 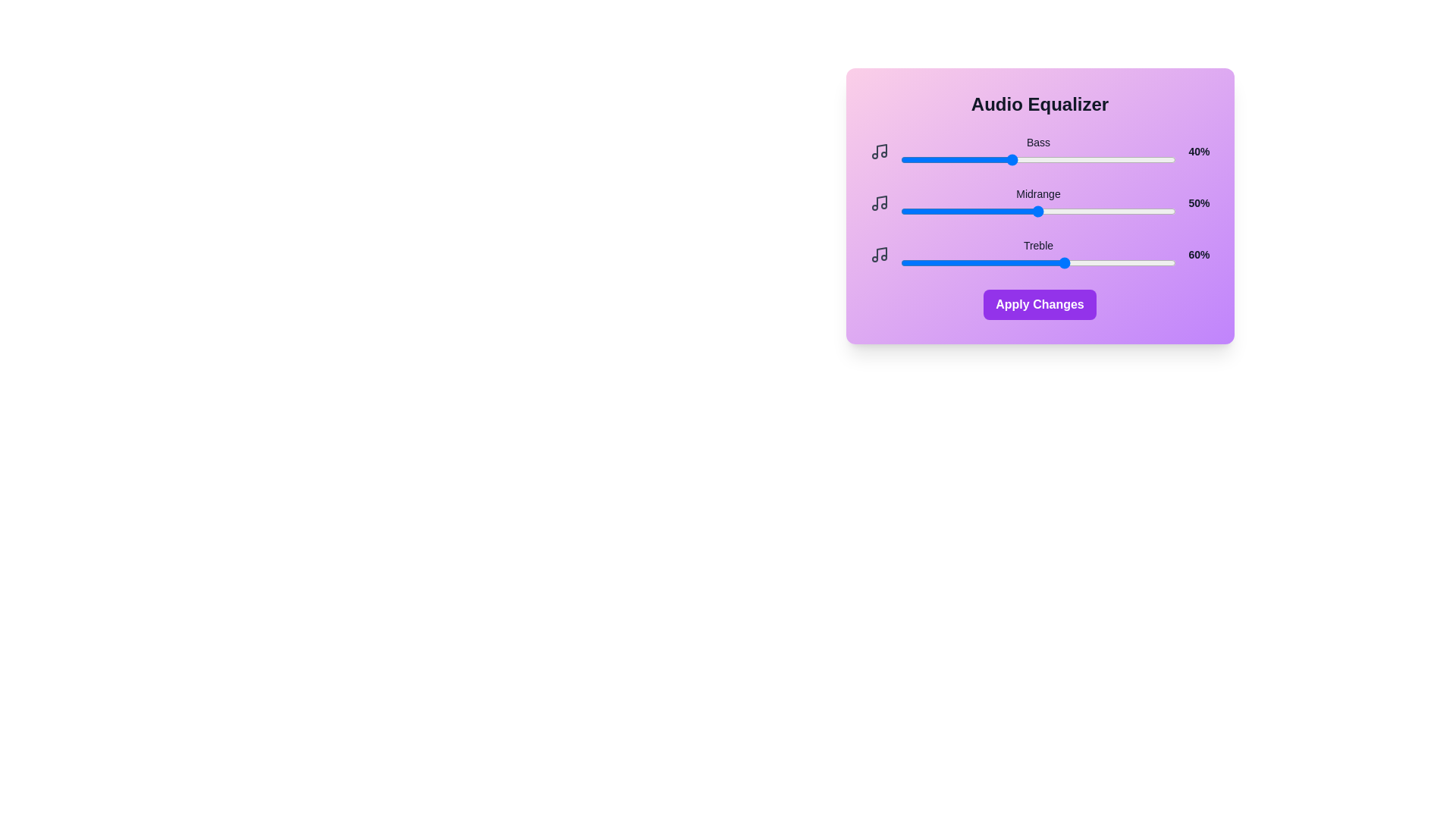 I want to click on the 'Apply Changes' button, so click(x=1039, y=304).